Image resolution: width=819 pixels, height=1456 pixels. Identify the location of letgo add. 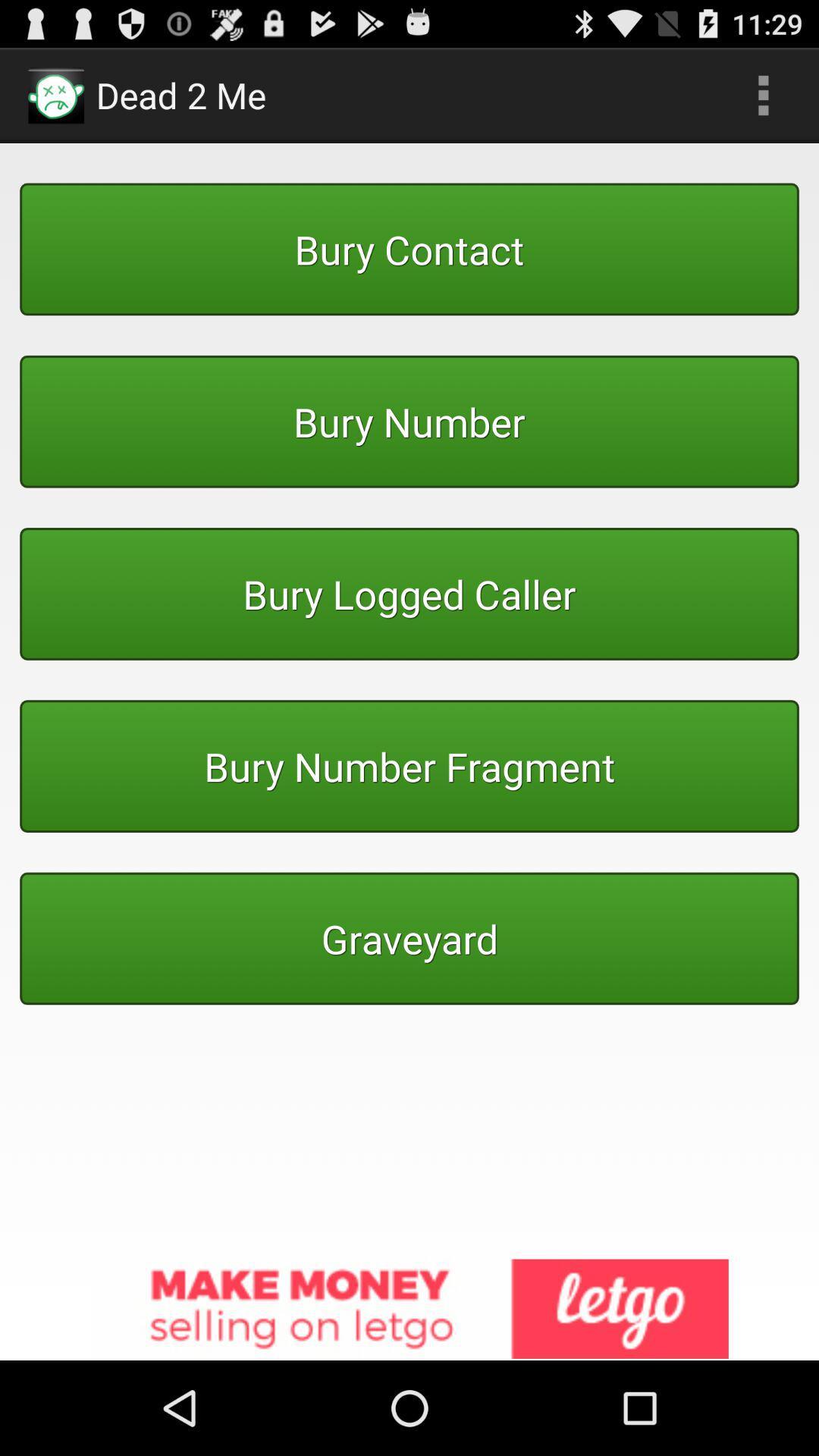
(409, 1309).